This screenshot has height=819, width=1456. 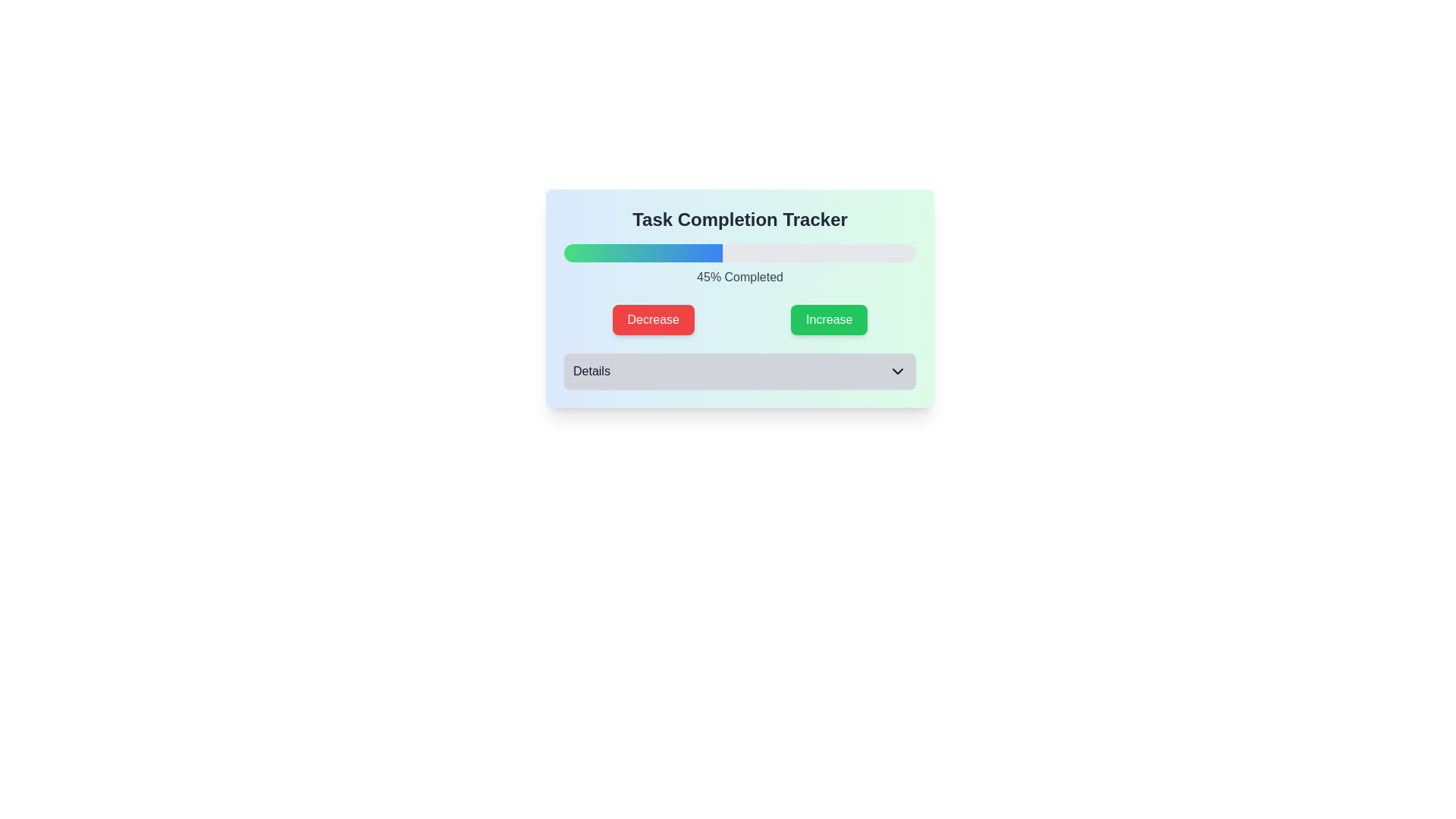 What do you see at coordinates (653, 318) in the screenshot?
I see `the left button designed to decrease a specific value or setting for keyboard interaction` at bounding box center [653, 318].